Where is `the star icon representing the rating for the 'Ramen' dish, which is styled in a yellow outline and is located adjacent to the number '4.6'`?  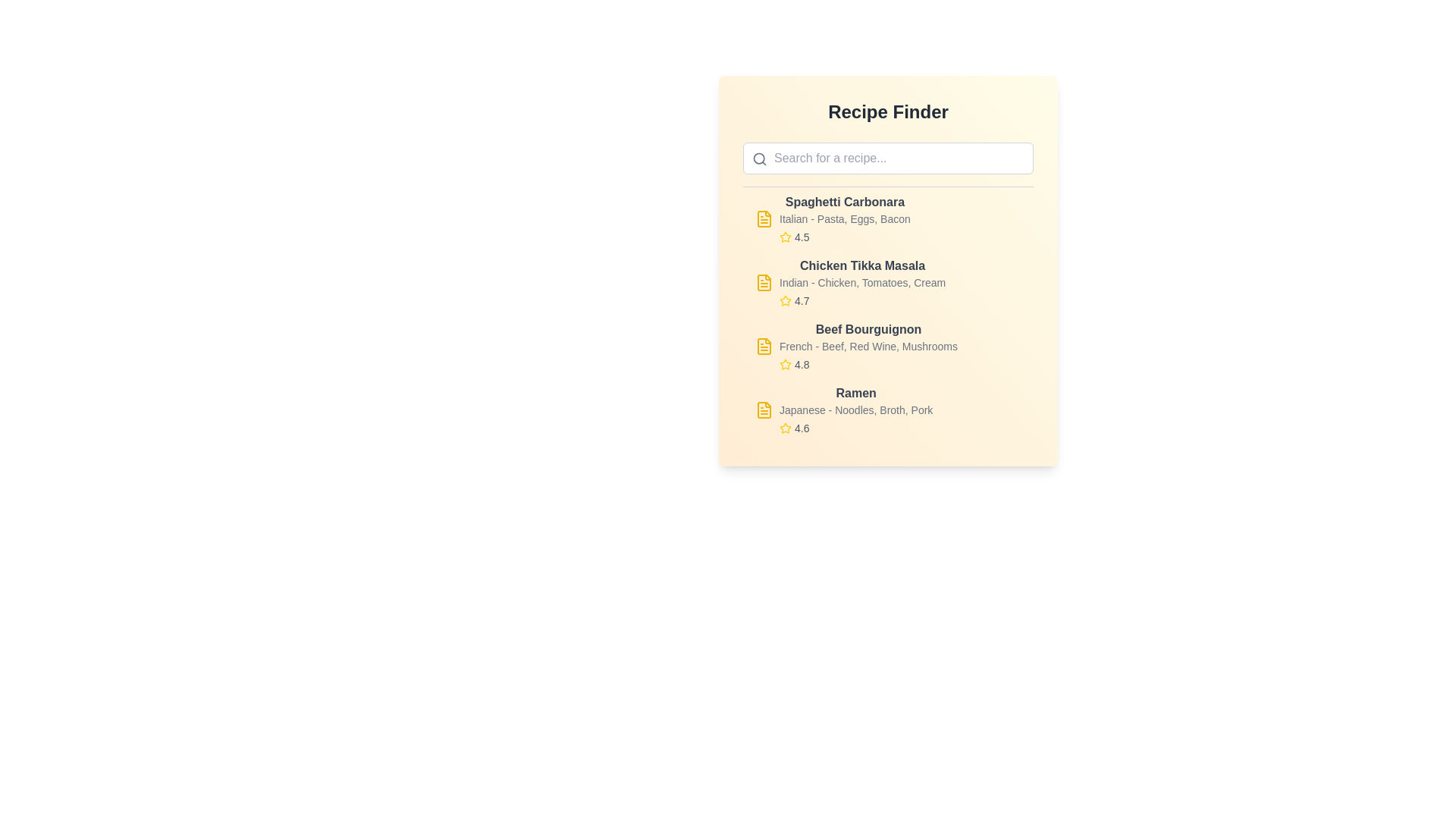
the star icon representing the rating for the 'Ramen' dish, which is styled in a yellow outline and is located adjacent to the number '4.6' is located at coordinates (786, 428).